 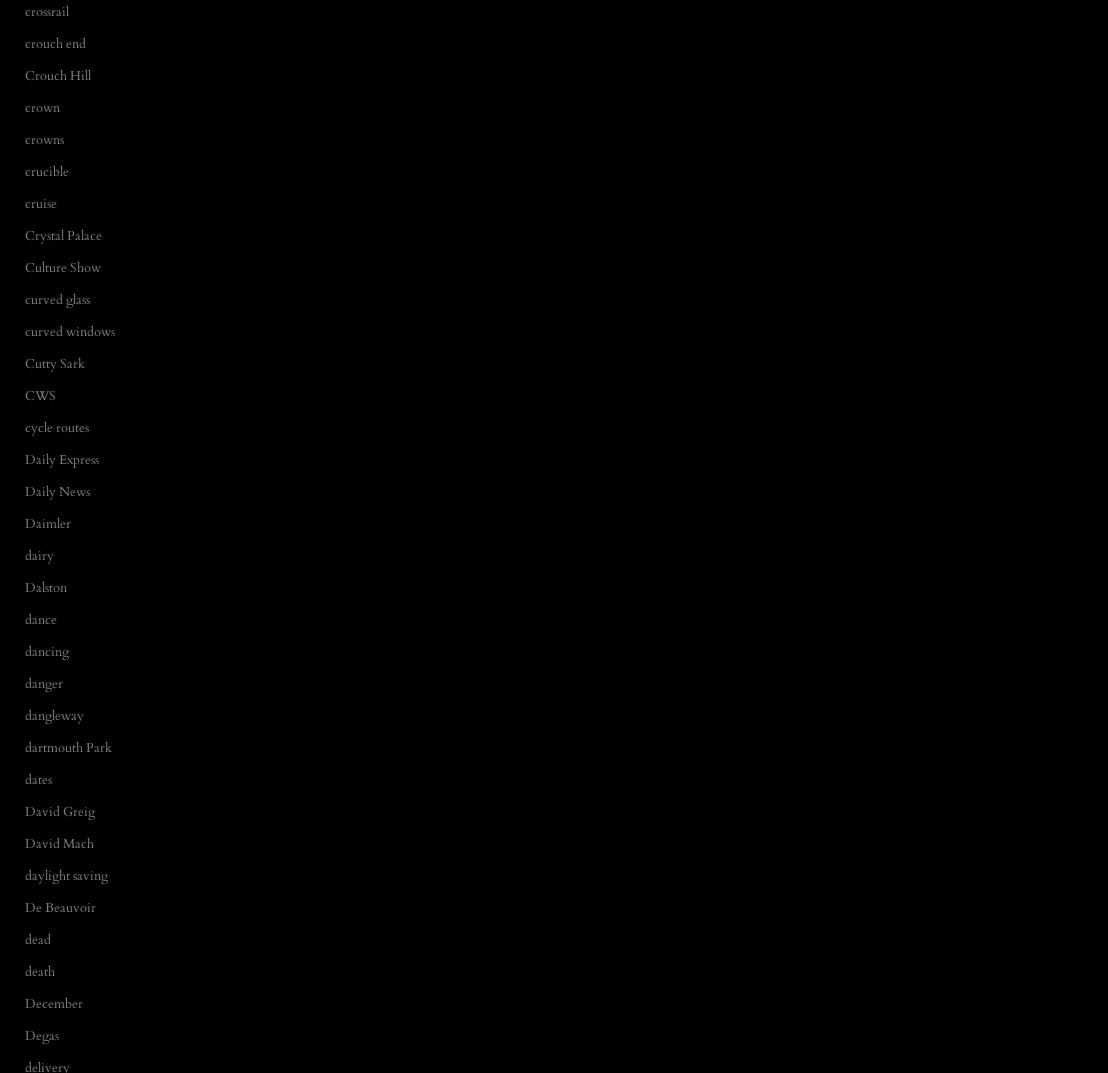 What do you see at coordinates (40, 203) in the screenshot?
I see `'cruise'` at bounding box center [40, 203].